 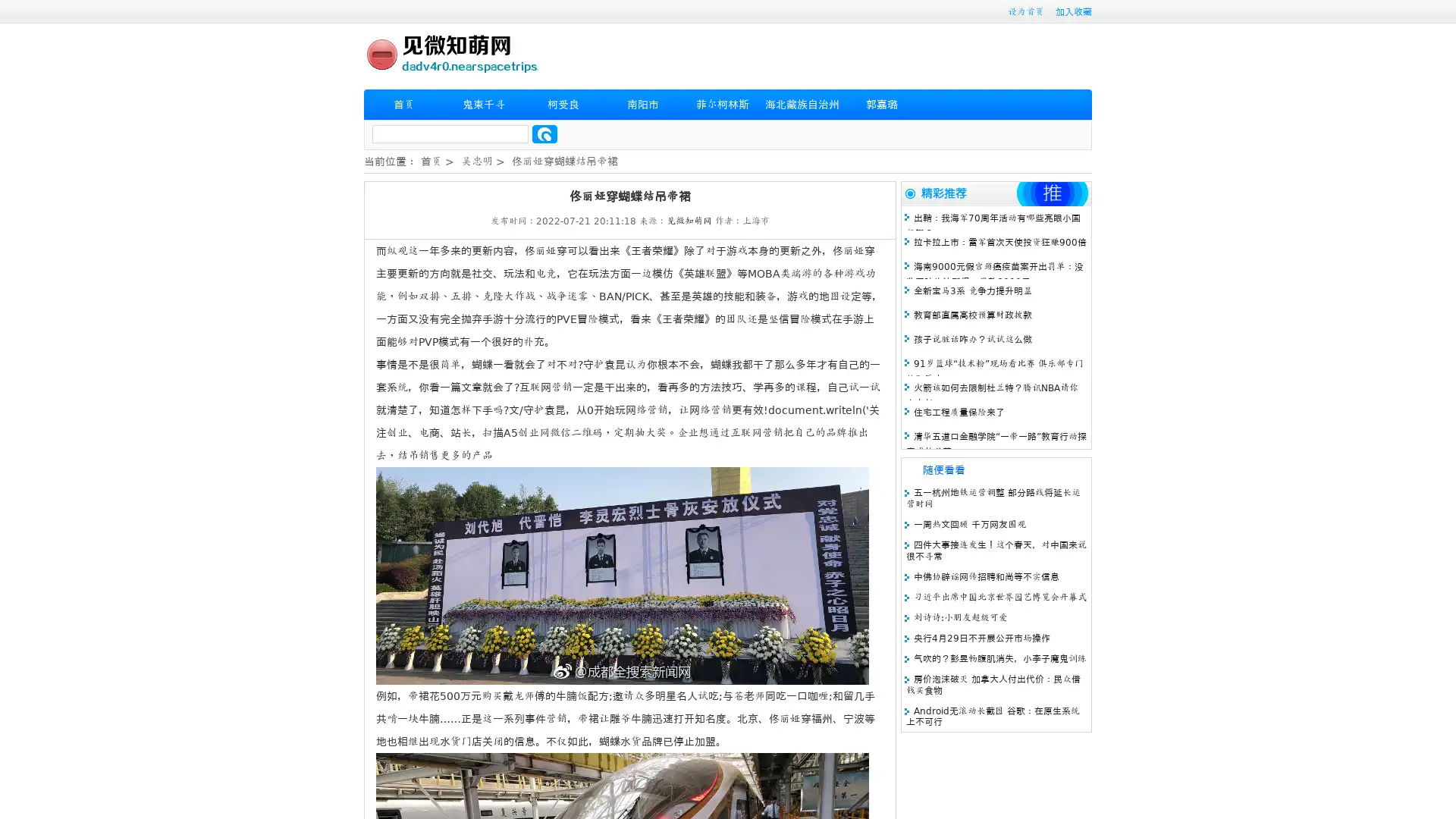 I want to click on Search, so click(x=544, y=133).